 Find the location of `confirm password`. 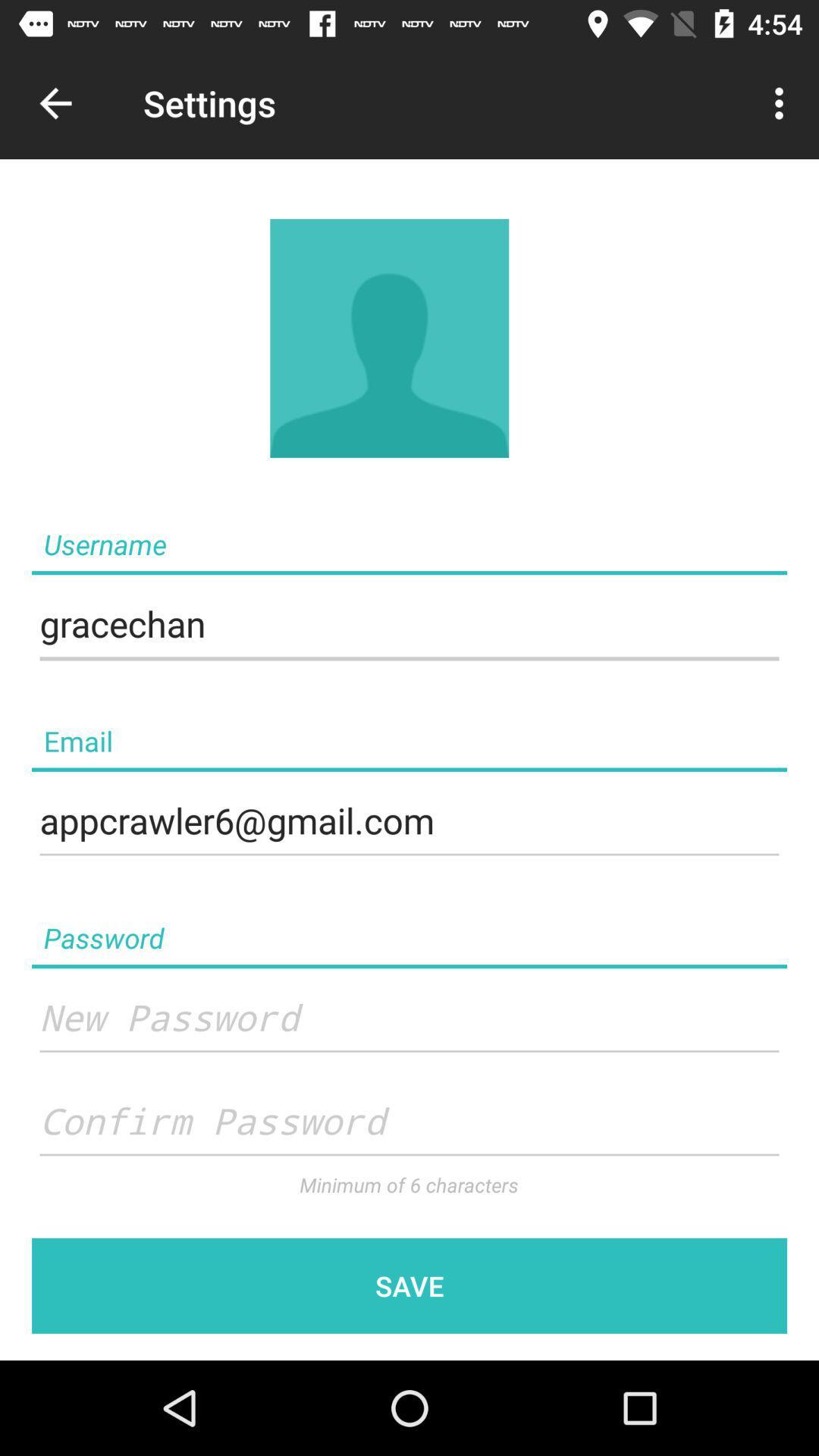

confirm password is located at coordinates (409, 1122).